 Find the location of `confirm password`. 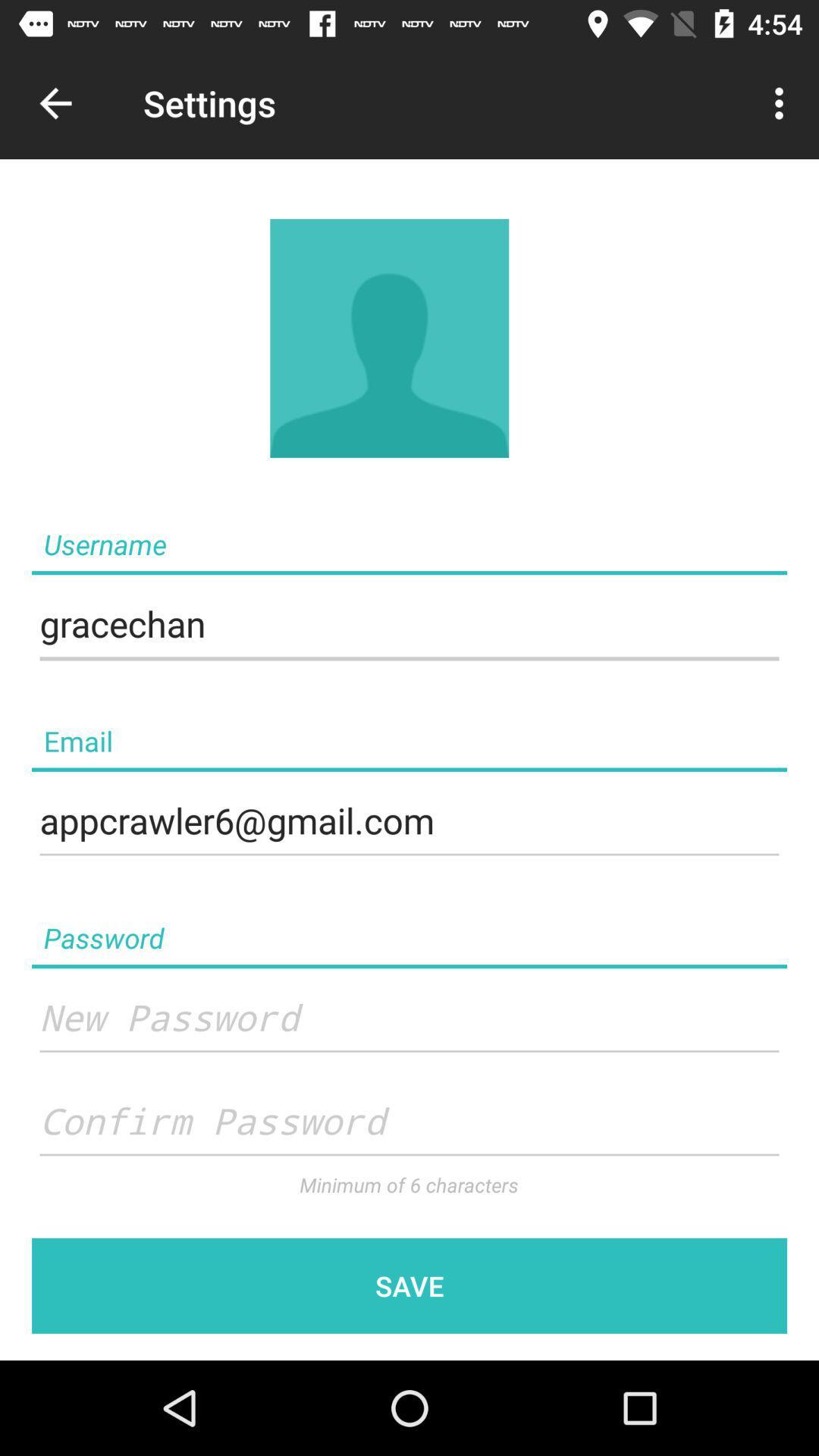

confirm password is located at coordinates (409, 1122).